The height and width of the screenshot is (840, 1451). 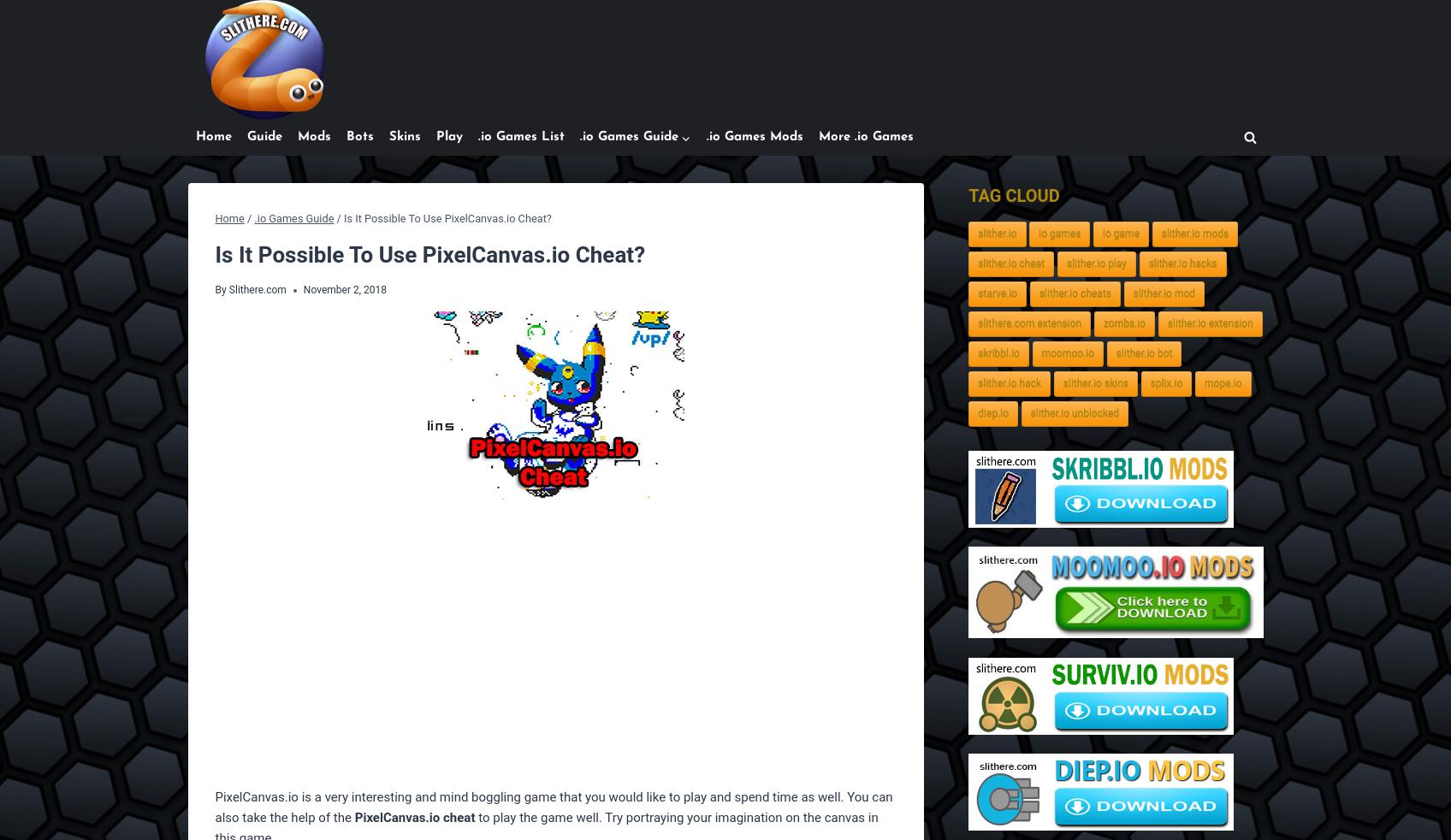 What do you see at coordinates (1074, 414) in the screenshot?
I see `'slither.io unblocked'` at bounding box center [1074, 414].